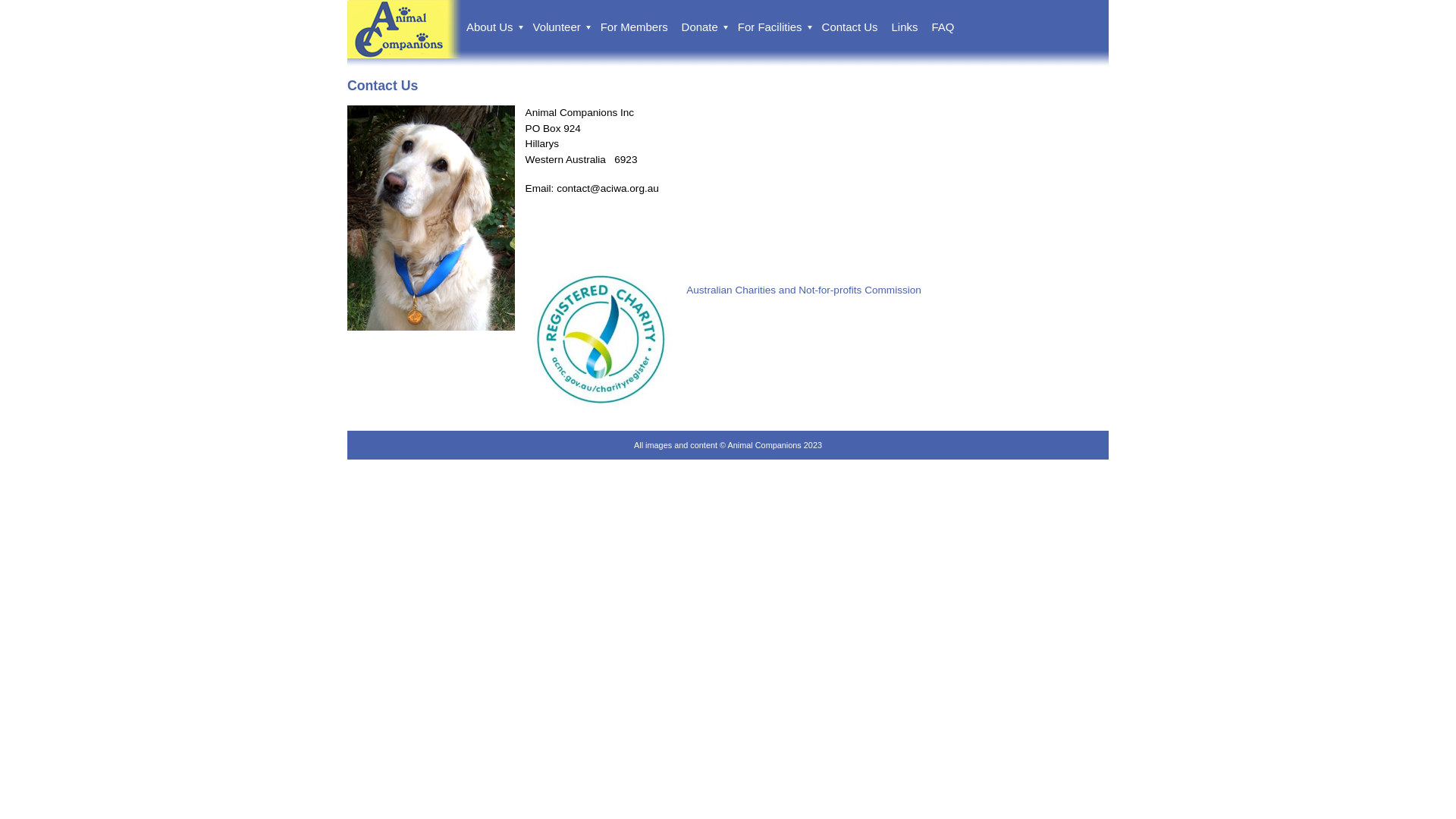  I want to click on 'Volunteer', so click(560, 27).